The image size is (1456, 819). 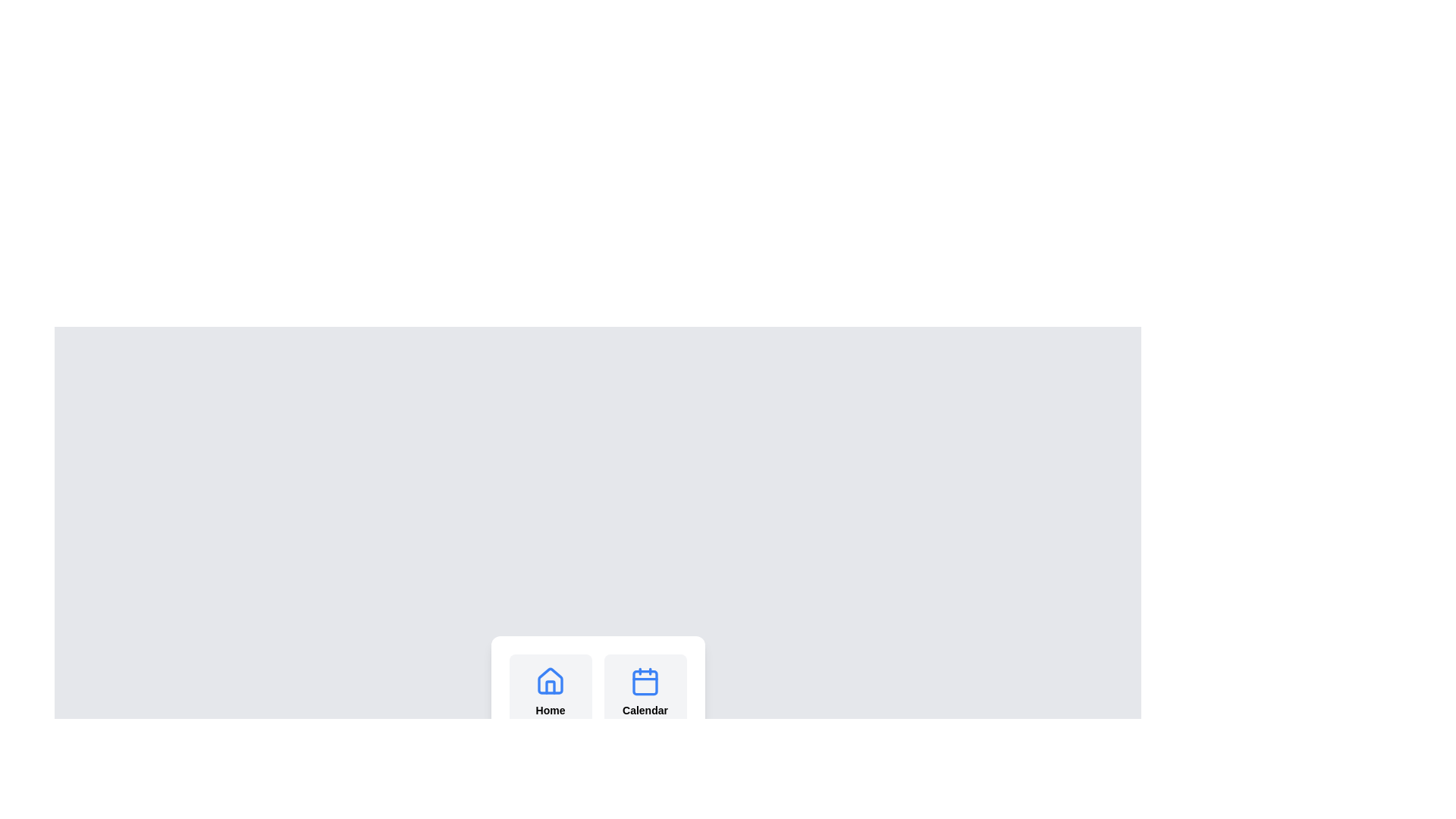 I want to click on the house icon located at the top of the 'Home' button, so click(x=549, y=680).